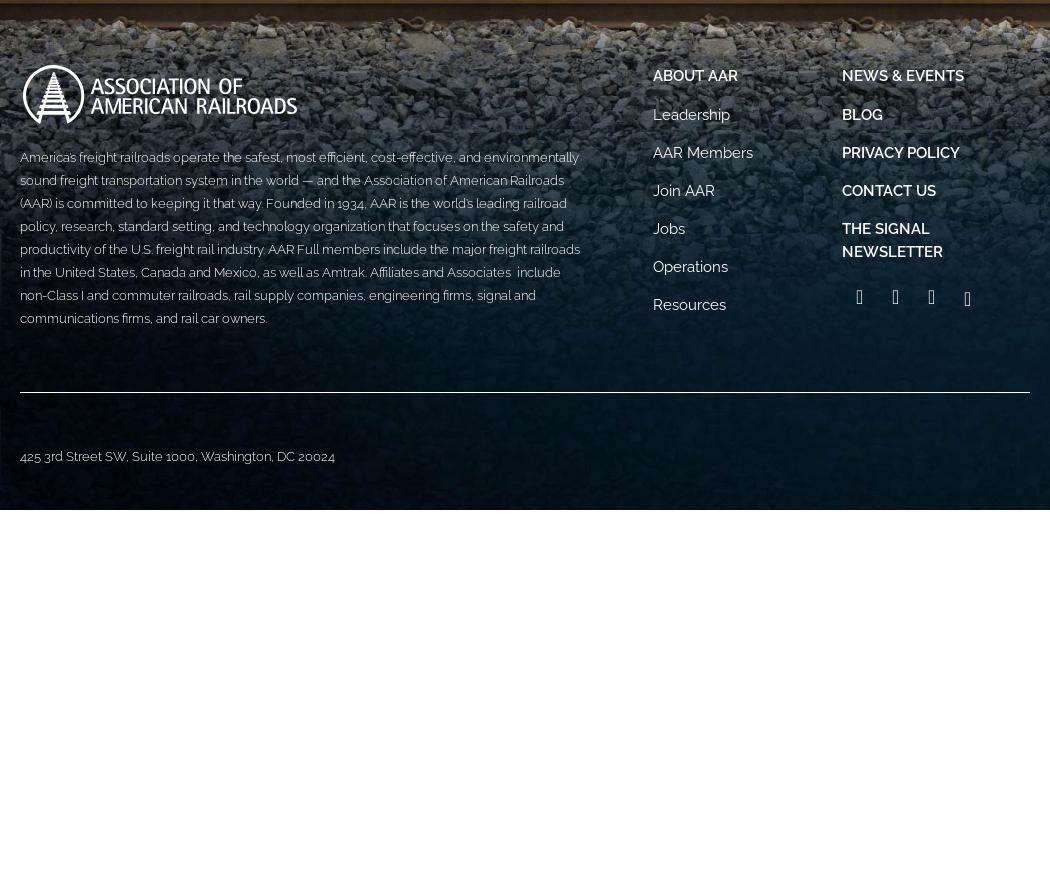 This screenshot has width=1050, height=882. Describe the element at coordinates (651, 76) in the screenshot. I see `'About AAR'` at that location.